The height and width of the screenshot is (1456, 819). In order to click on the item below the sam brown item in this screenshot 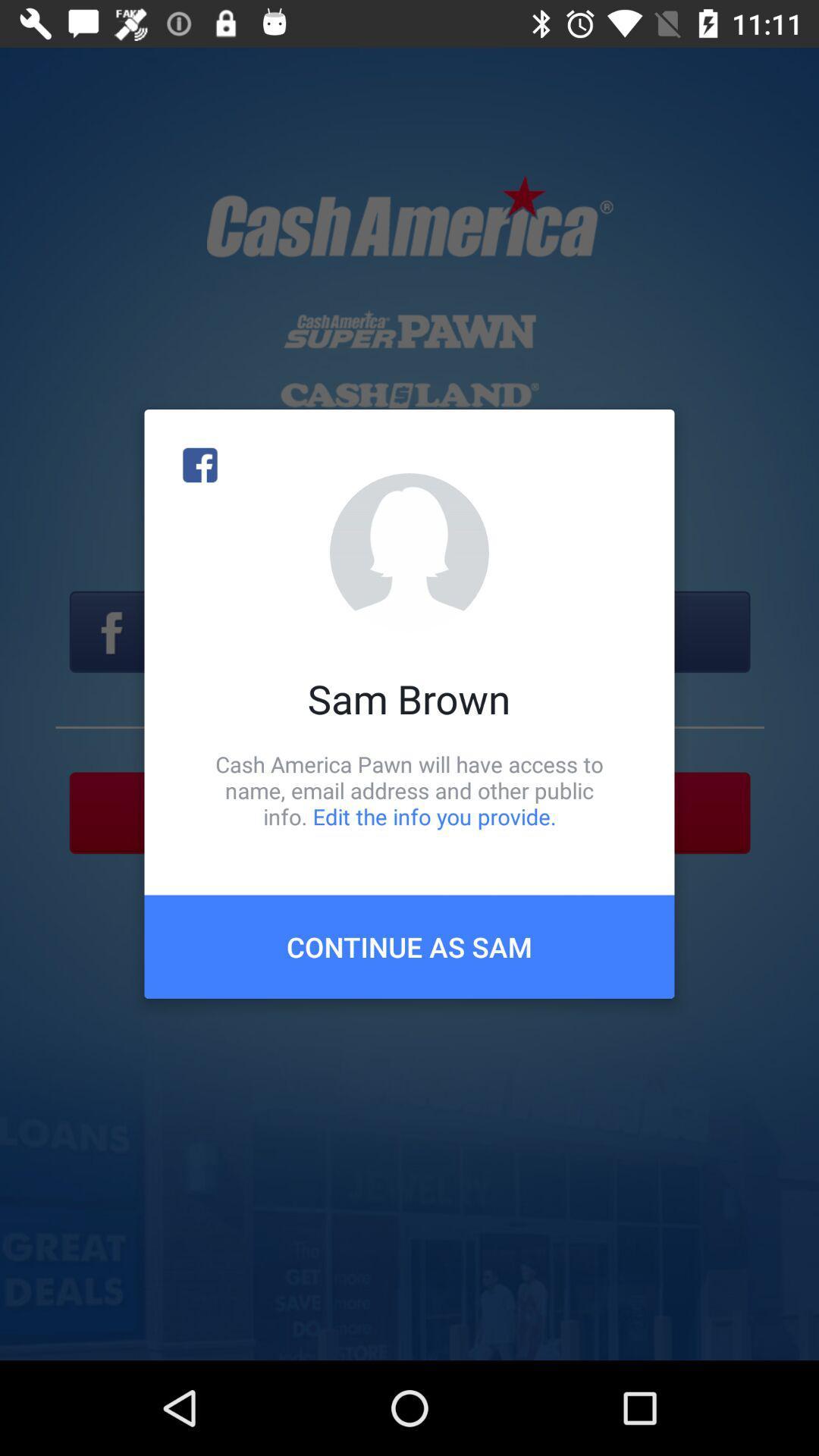, I will do `click(409, 789)`.